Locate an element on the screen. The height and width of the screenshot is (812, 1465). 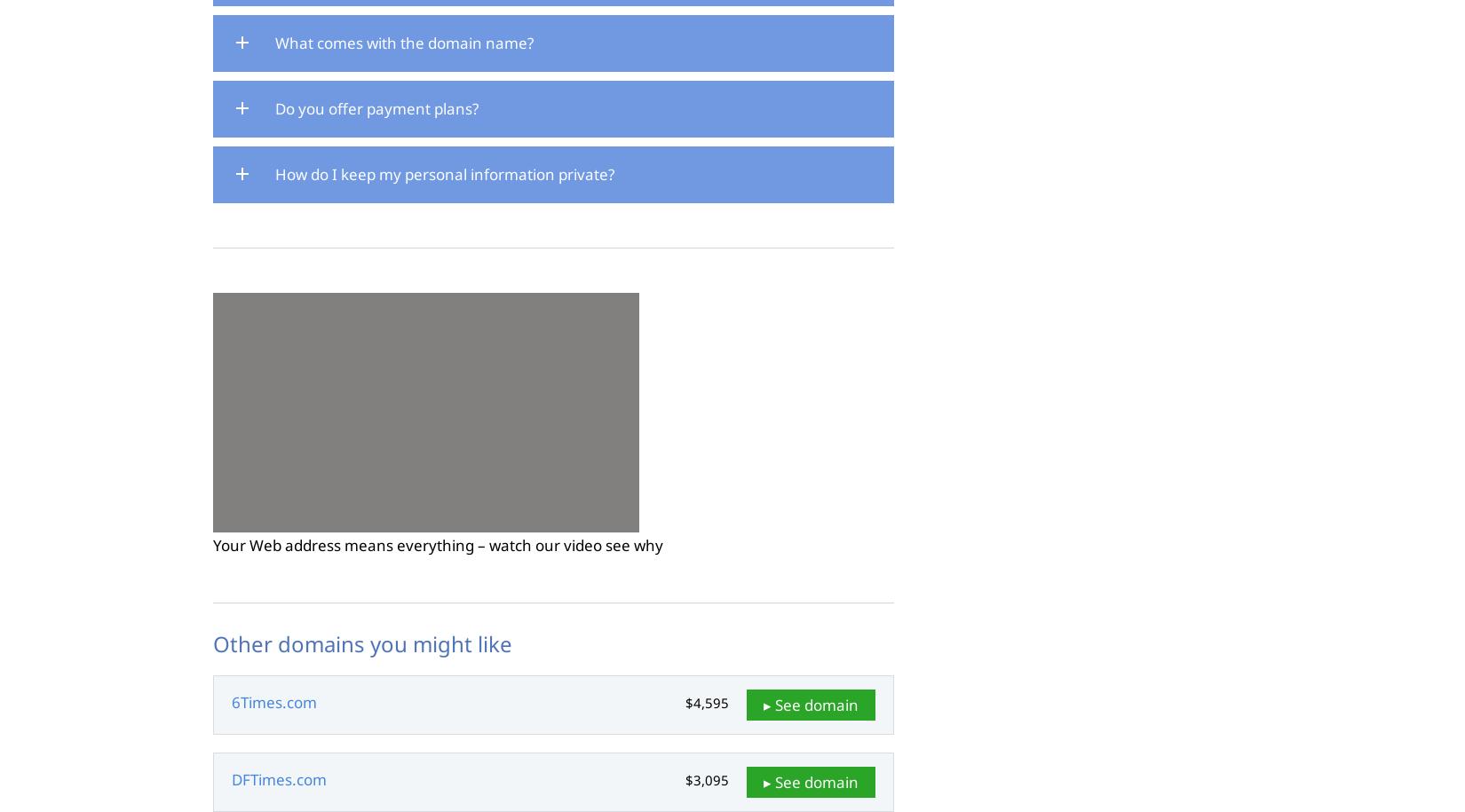
'How do I keep my personal information private?' is located at coordinates (443, 172).